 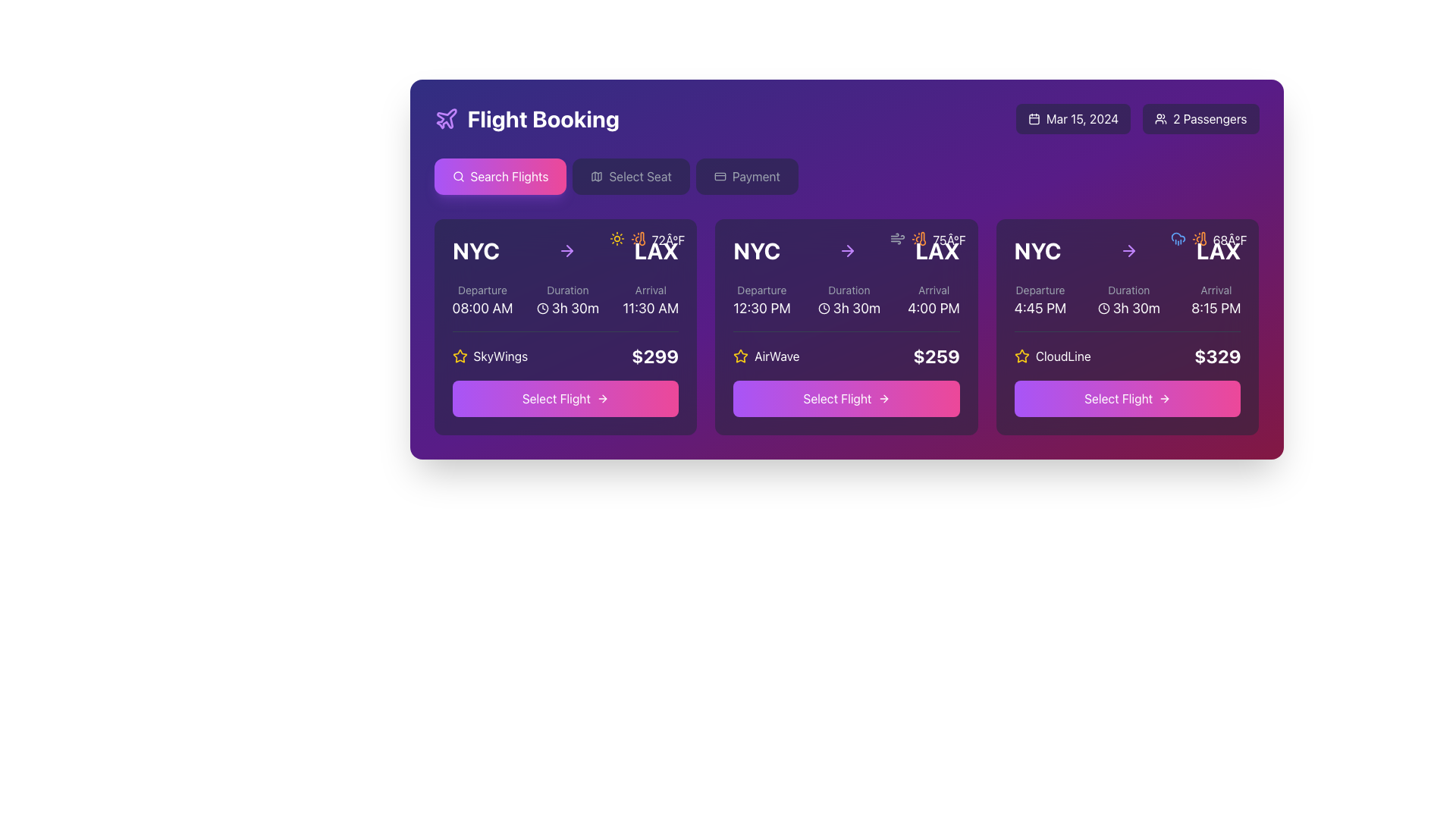 I want to click on displayed time '4:45 PM' from the Text Label located in the last flight details card under the 'Departure' label, so click(x=1040, y=308).